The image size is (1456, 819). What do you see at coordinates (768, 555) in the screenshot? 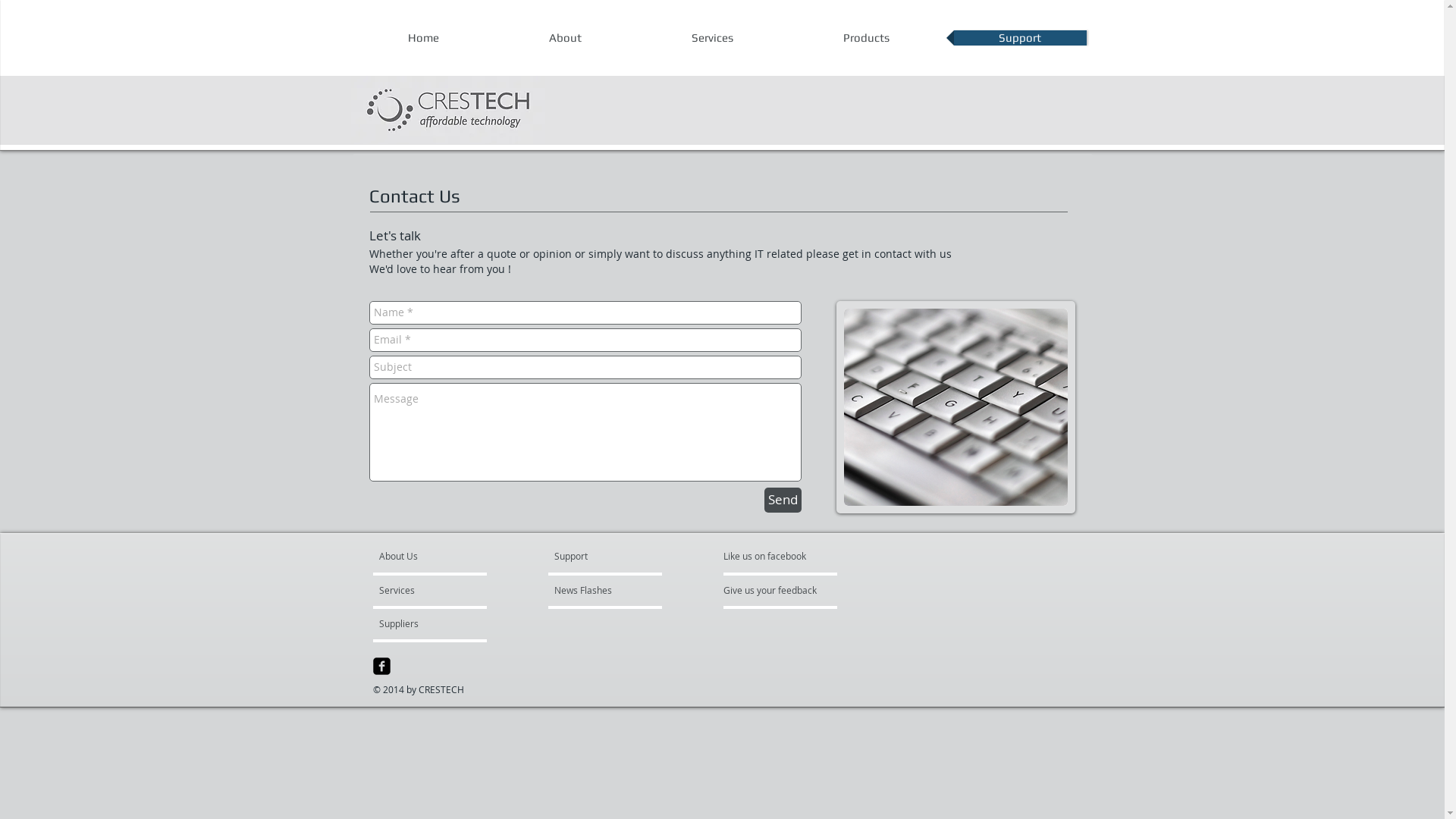
I see `'Like us on facebook'` at bounding box center [768, 555].